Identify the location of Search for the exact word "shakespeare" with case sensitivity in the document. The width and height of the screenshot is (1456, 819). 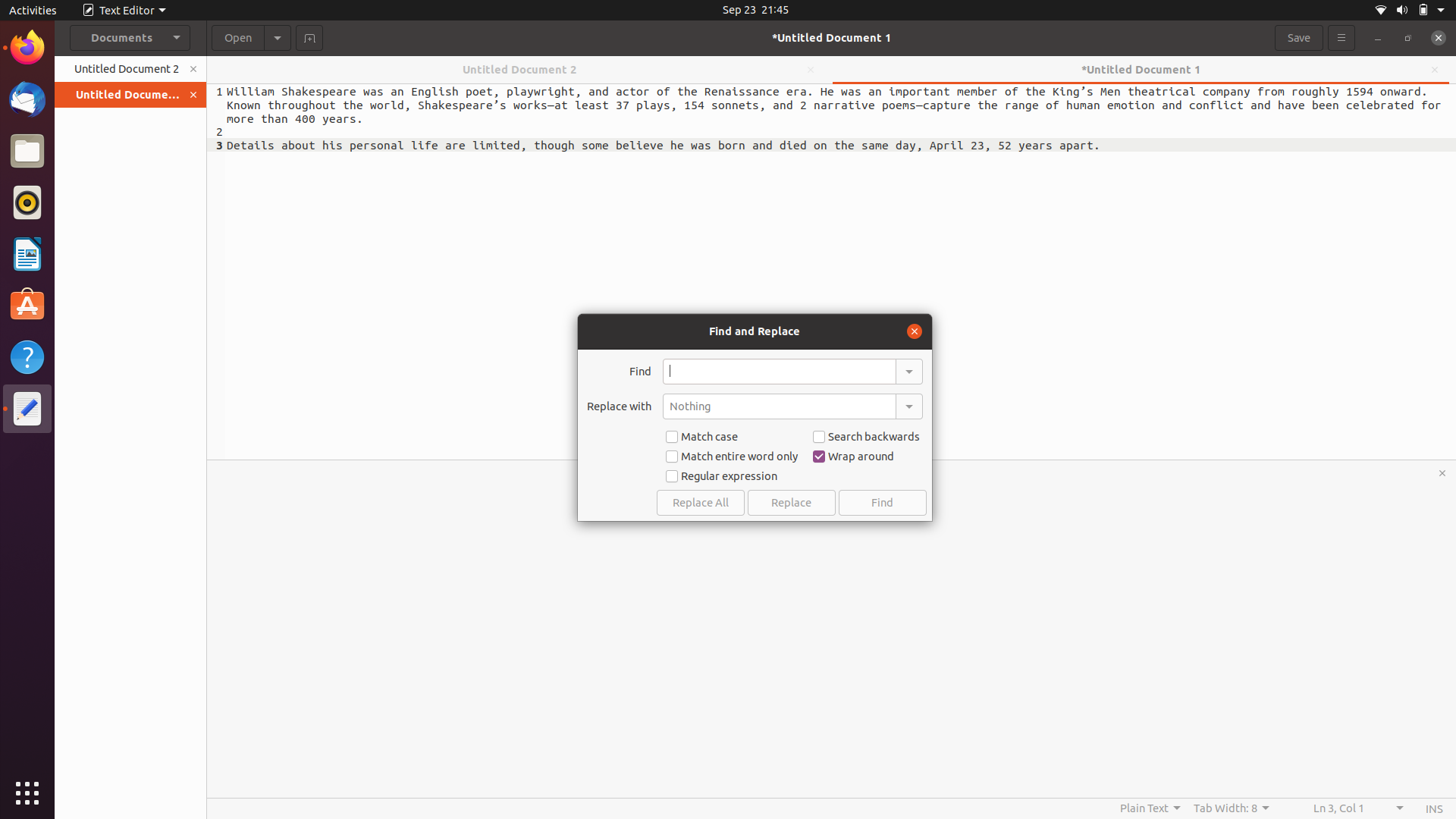
(779, 371).